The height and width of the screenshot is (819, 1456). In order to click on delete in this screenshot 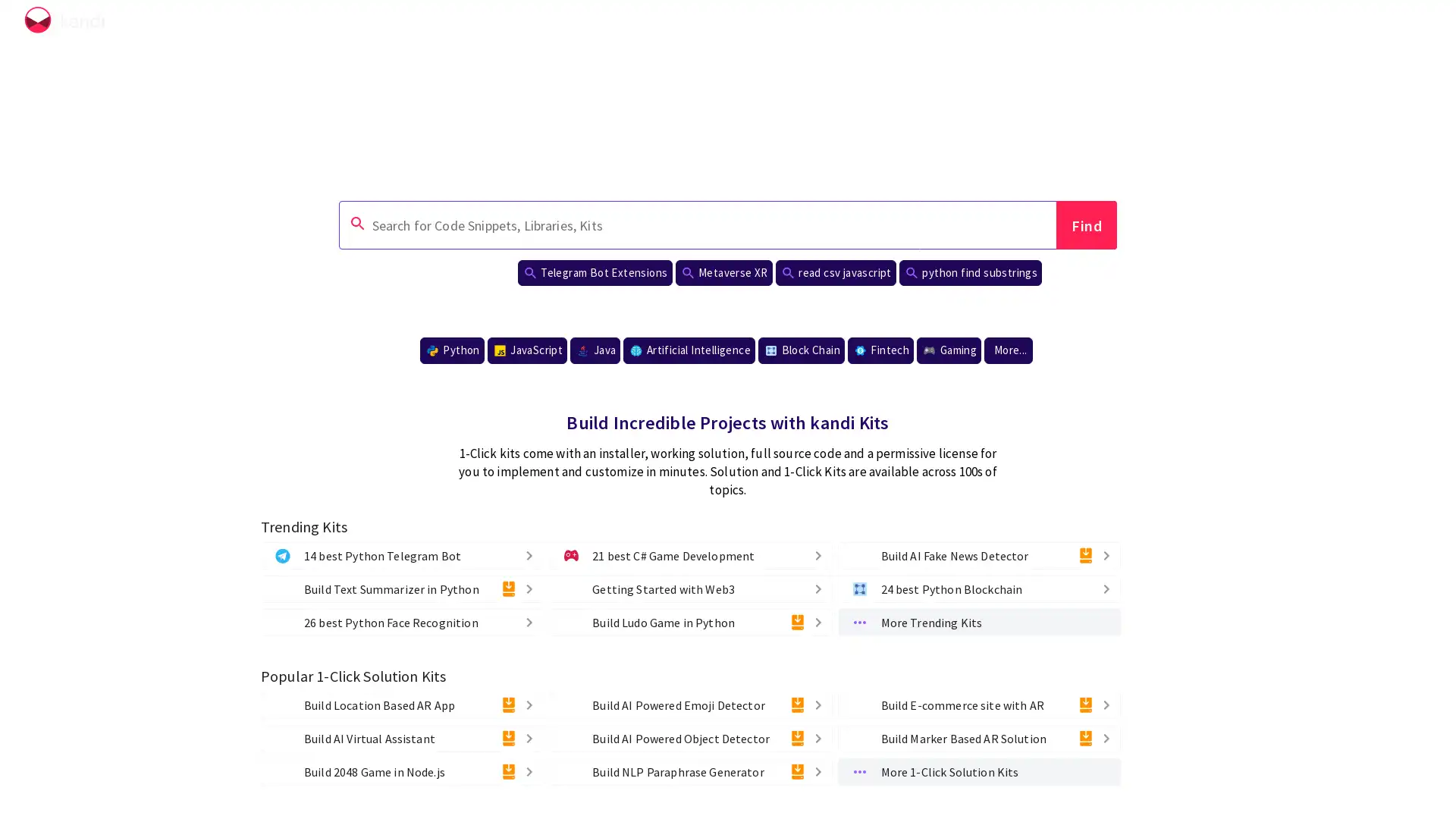, I will do `click(796, 704)`.